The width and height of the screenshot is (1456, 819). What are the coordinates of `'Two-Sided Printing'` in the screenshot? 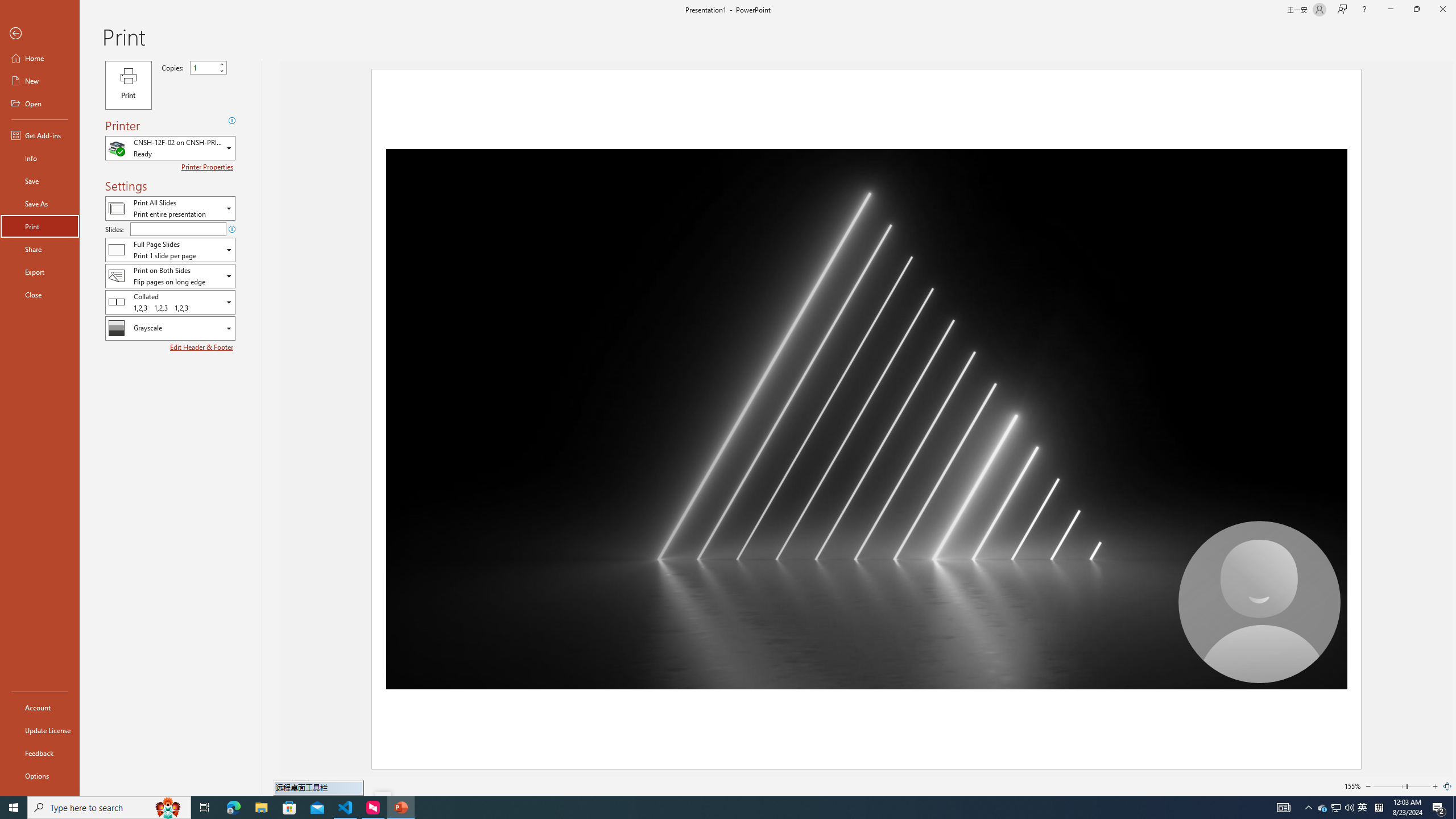 It's located at (169, 276).